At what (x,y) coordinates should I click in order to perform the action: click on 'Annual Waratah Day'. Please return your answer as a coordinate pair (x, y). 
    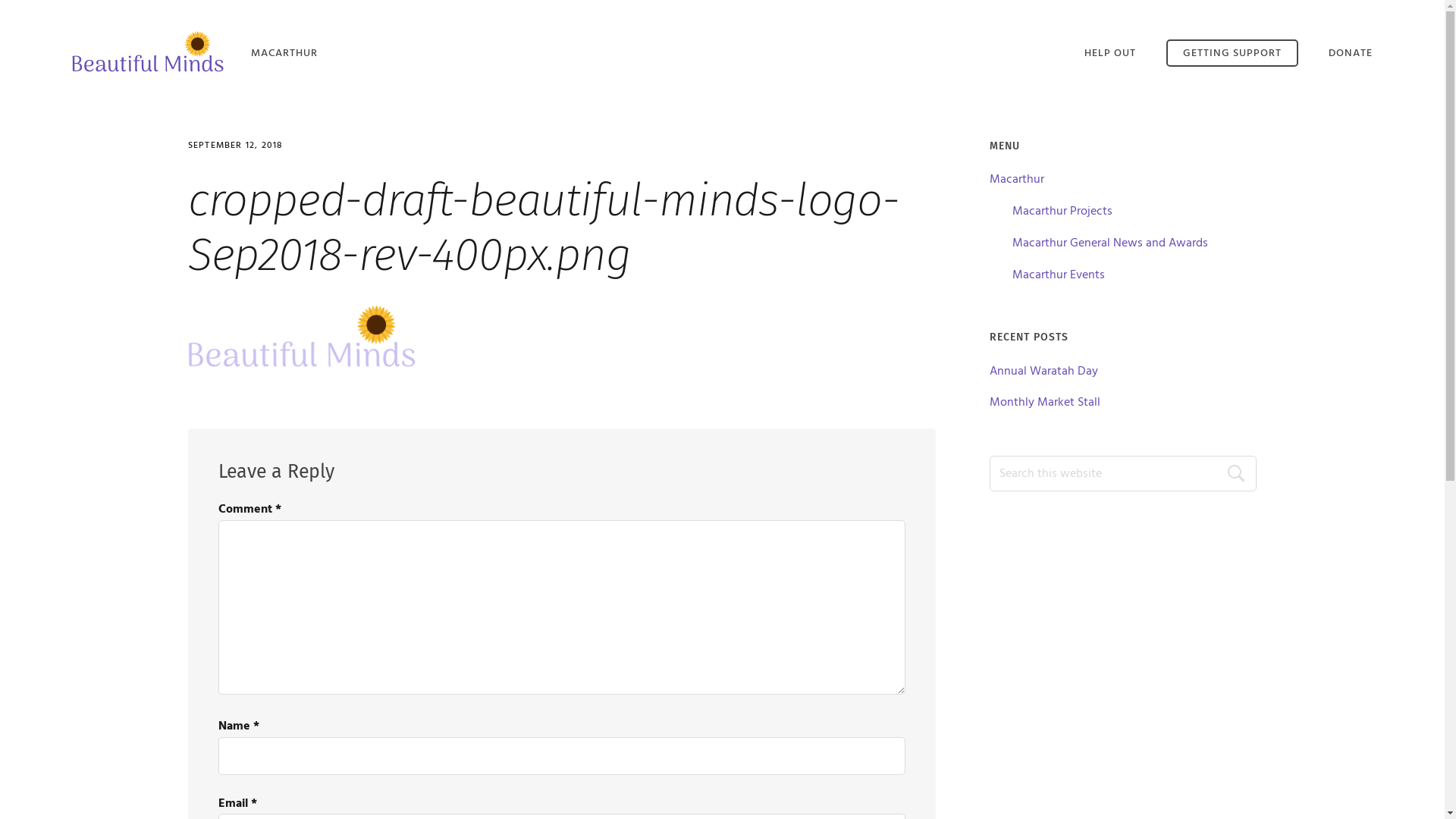
    Looking at the image, I should click on (1043, 371).